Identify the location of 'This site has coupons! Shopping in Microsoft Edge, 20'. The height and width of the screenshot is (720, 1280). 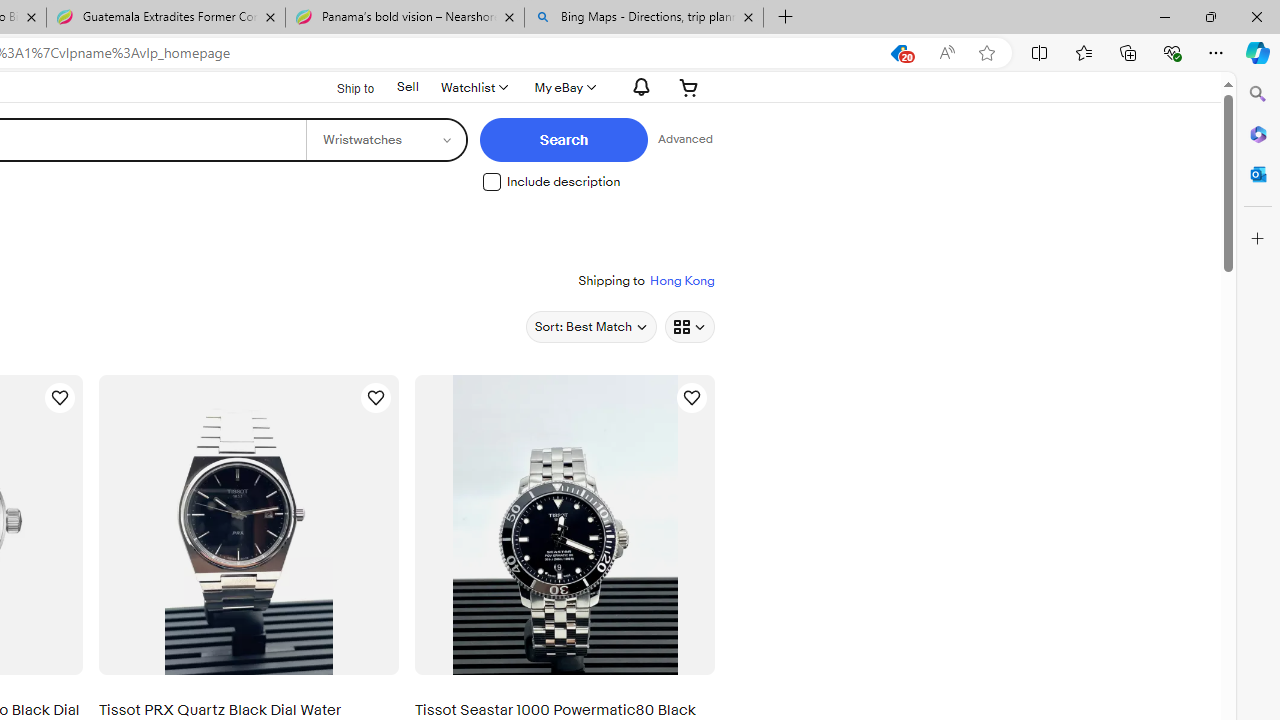
(897, 52).